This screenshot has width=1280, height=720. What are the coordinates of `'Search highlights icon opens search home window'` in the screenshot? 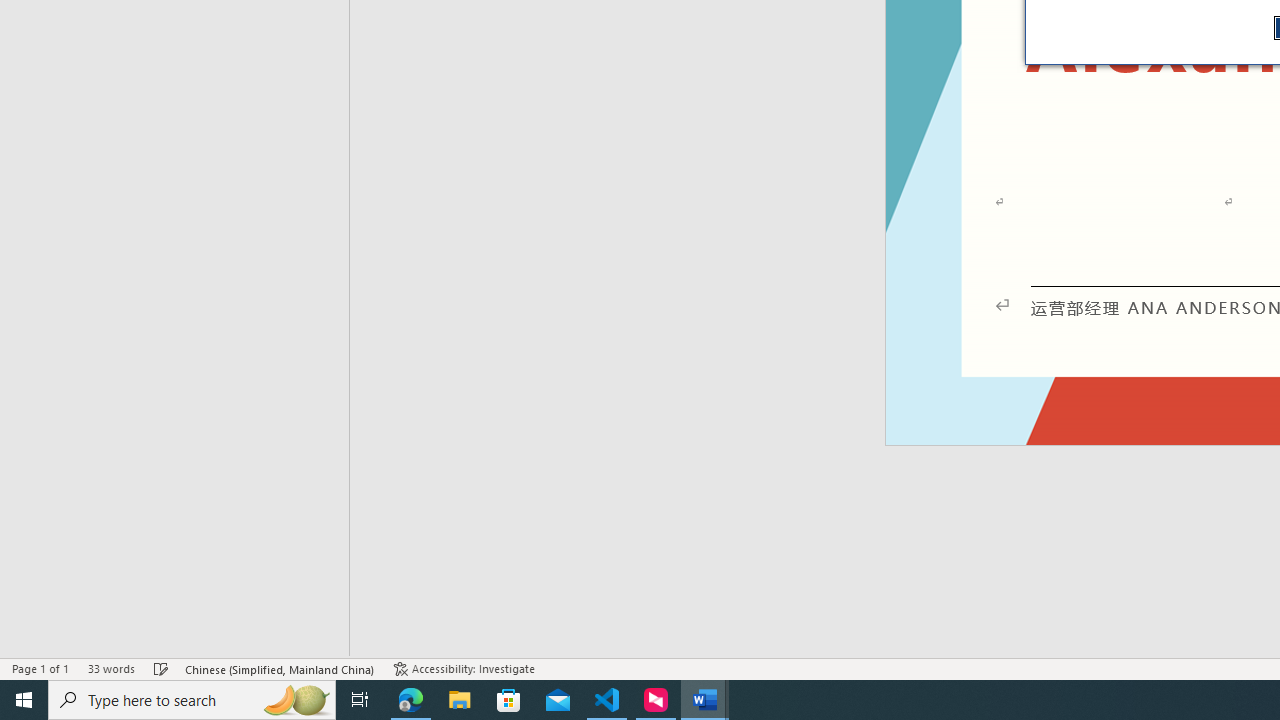 It's located at (294, 698).